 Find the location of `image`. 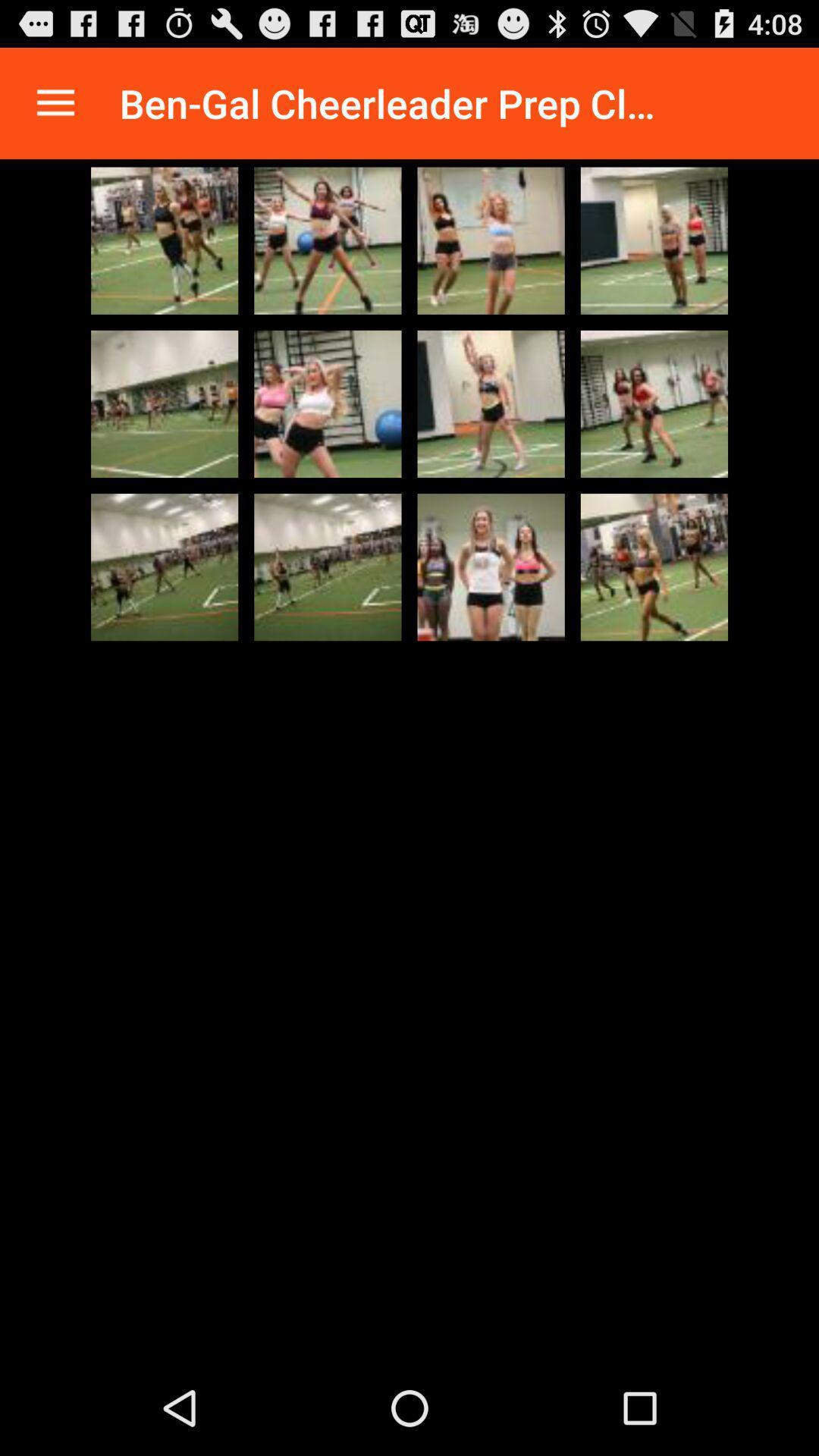

image is located at coordinates (327, 403).